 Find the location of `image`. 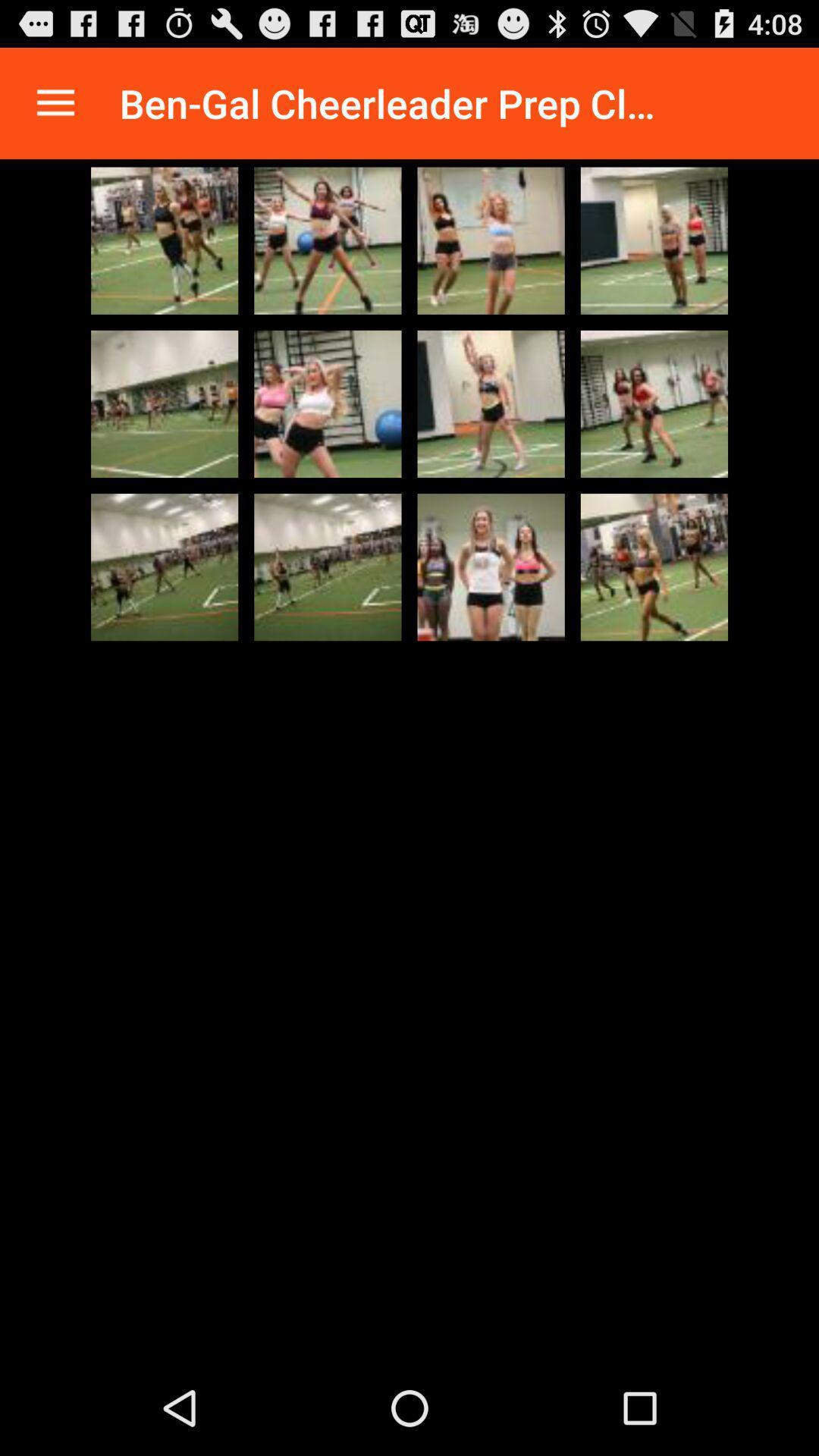

image is located at coordinates (327, 403).